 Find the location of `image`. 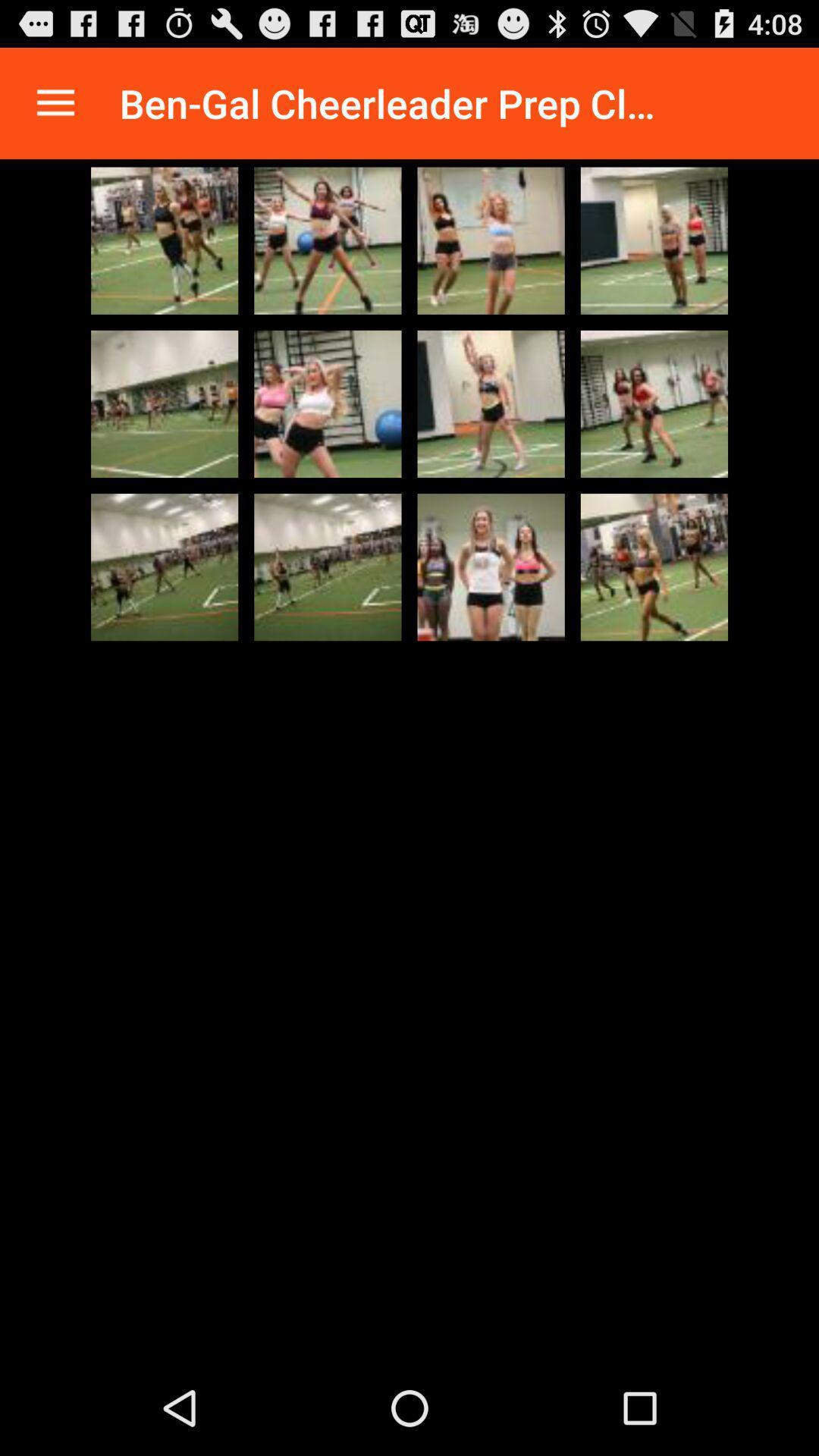

image is located at coordinates (327, 403).